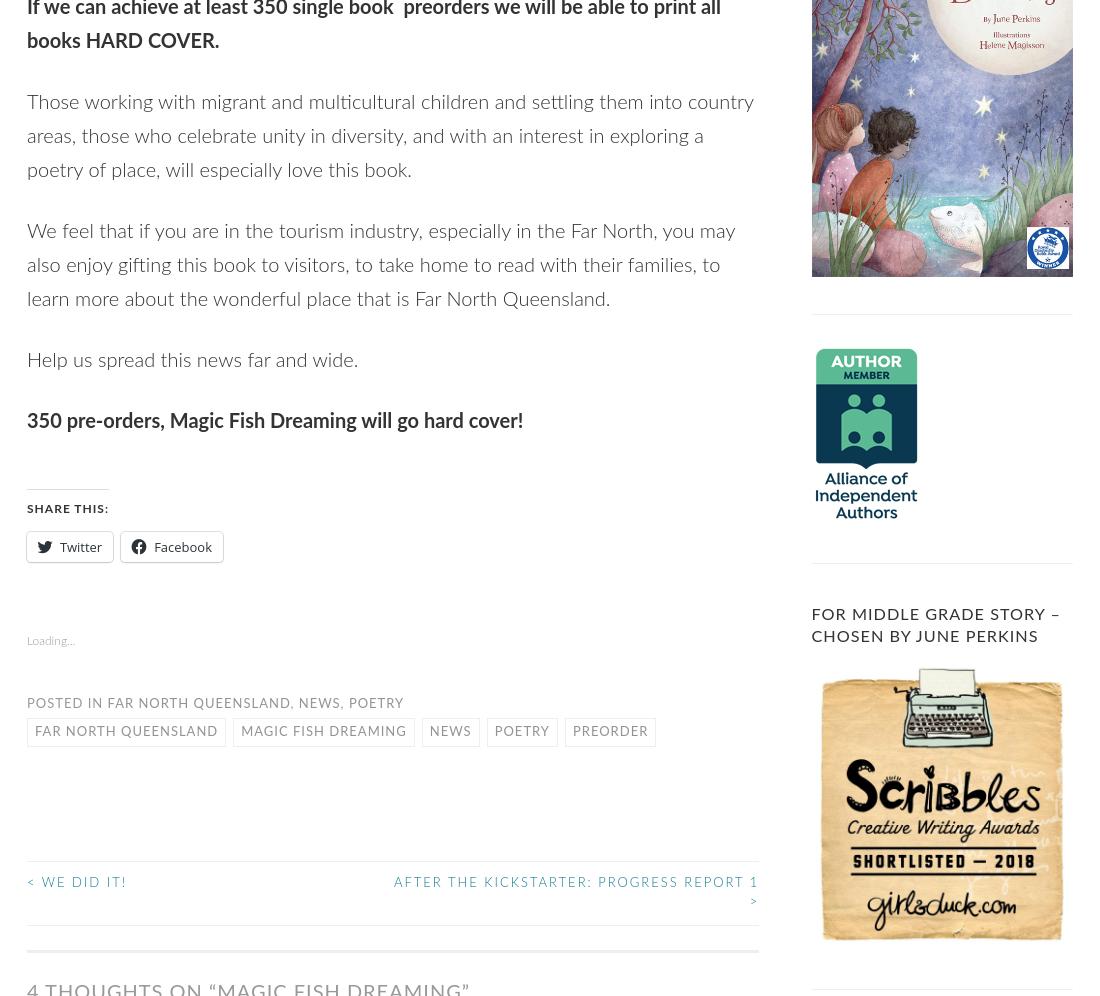 This screenshot has width=1100, height=996. Describe the element at coordinates (571, 730) in the screenshot. I see `'Preorder'` at that location.